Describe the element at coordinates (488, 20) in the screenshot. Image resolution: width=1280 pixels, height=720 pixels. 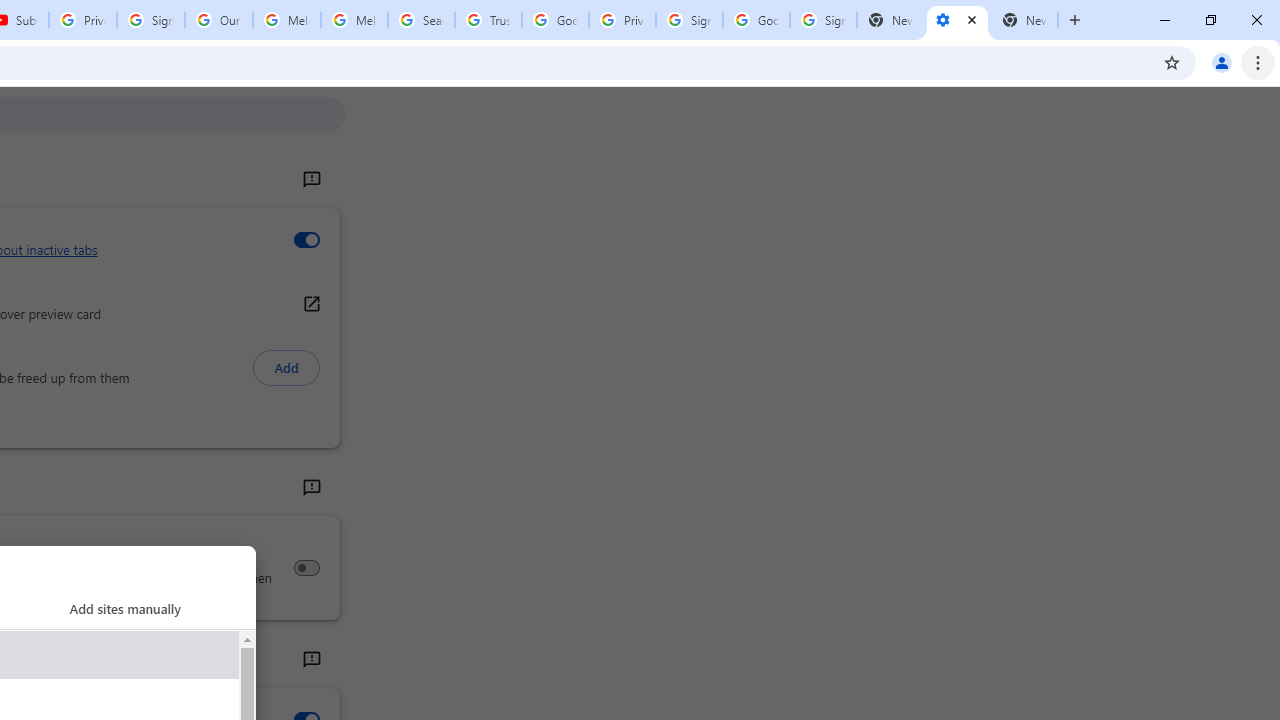
I see `'Trusted Information and Content - Google Safety Center'` at that location.